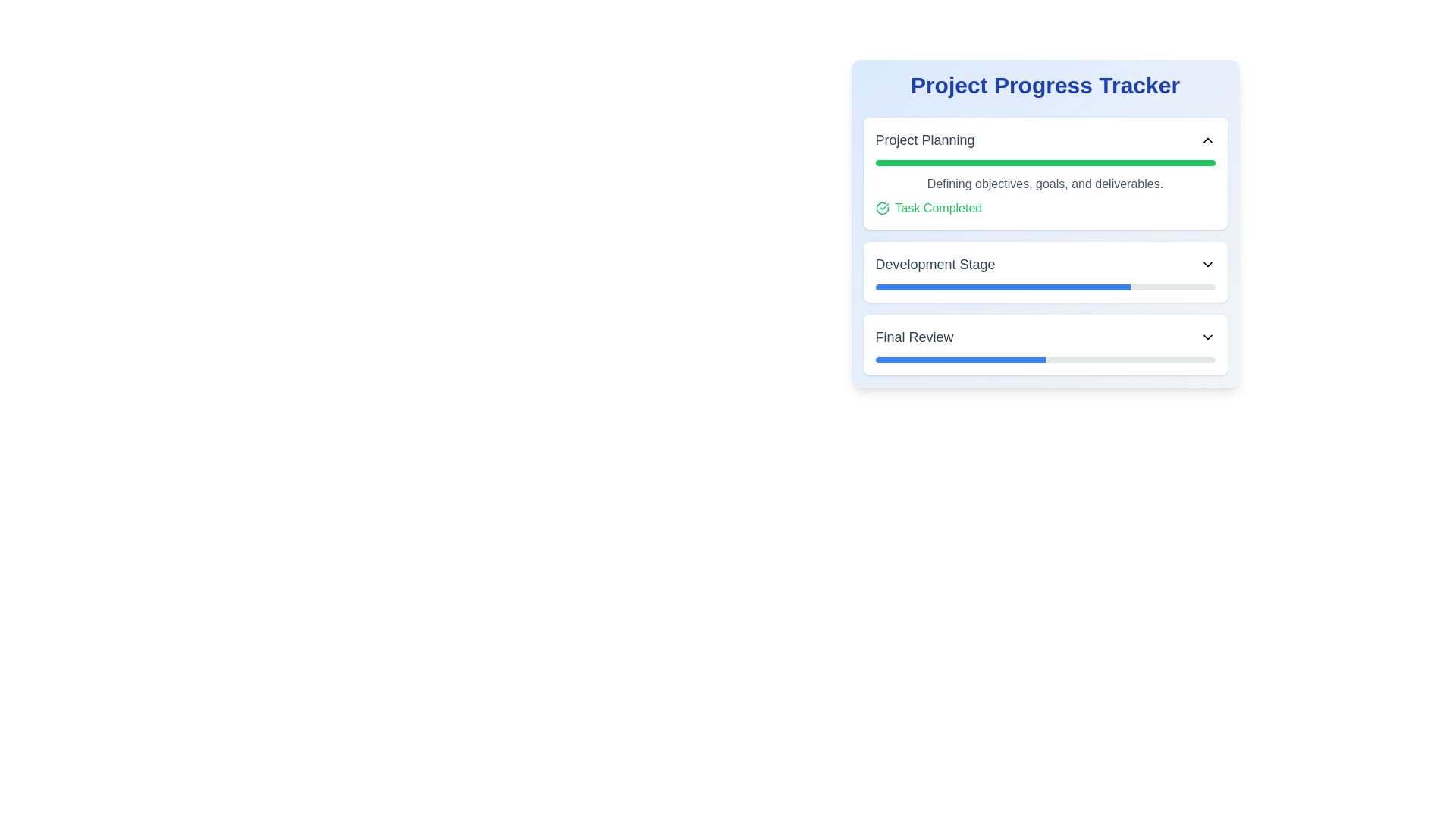 This screenshot has width=1456, height=819. I want to click on the dropdown toggle icon, which is a downward-pointing chevron with a thin black outline located at the far-right of the 'Development Stage' row, to trigger tooltip or highlighting effects, so click(1207, 263).